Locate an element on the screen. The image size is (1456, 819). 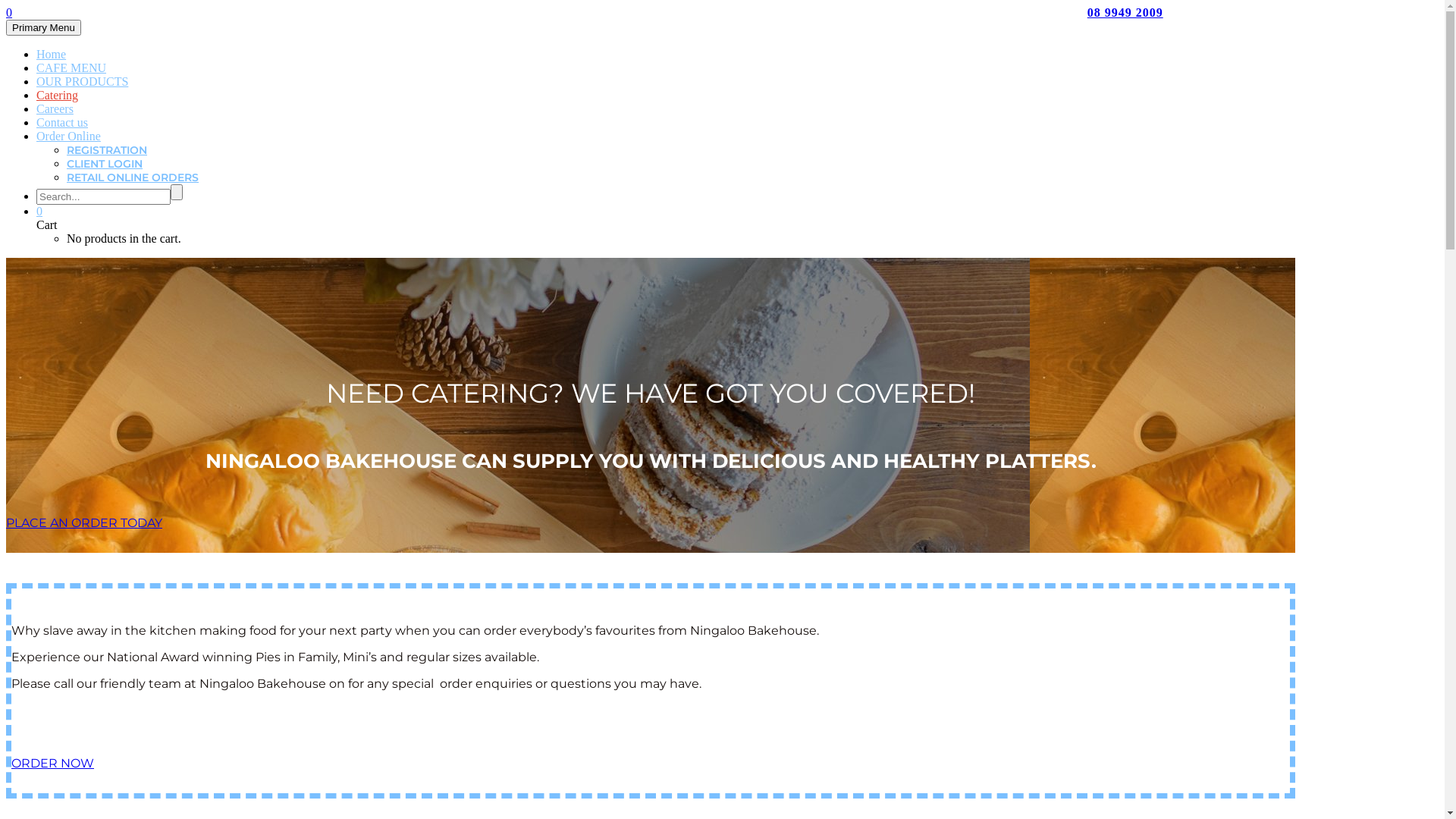
'REGISTRATION' is located at coordinates (65, 149).